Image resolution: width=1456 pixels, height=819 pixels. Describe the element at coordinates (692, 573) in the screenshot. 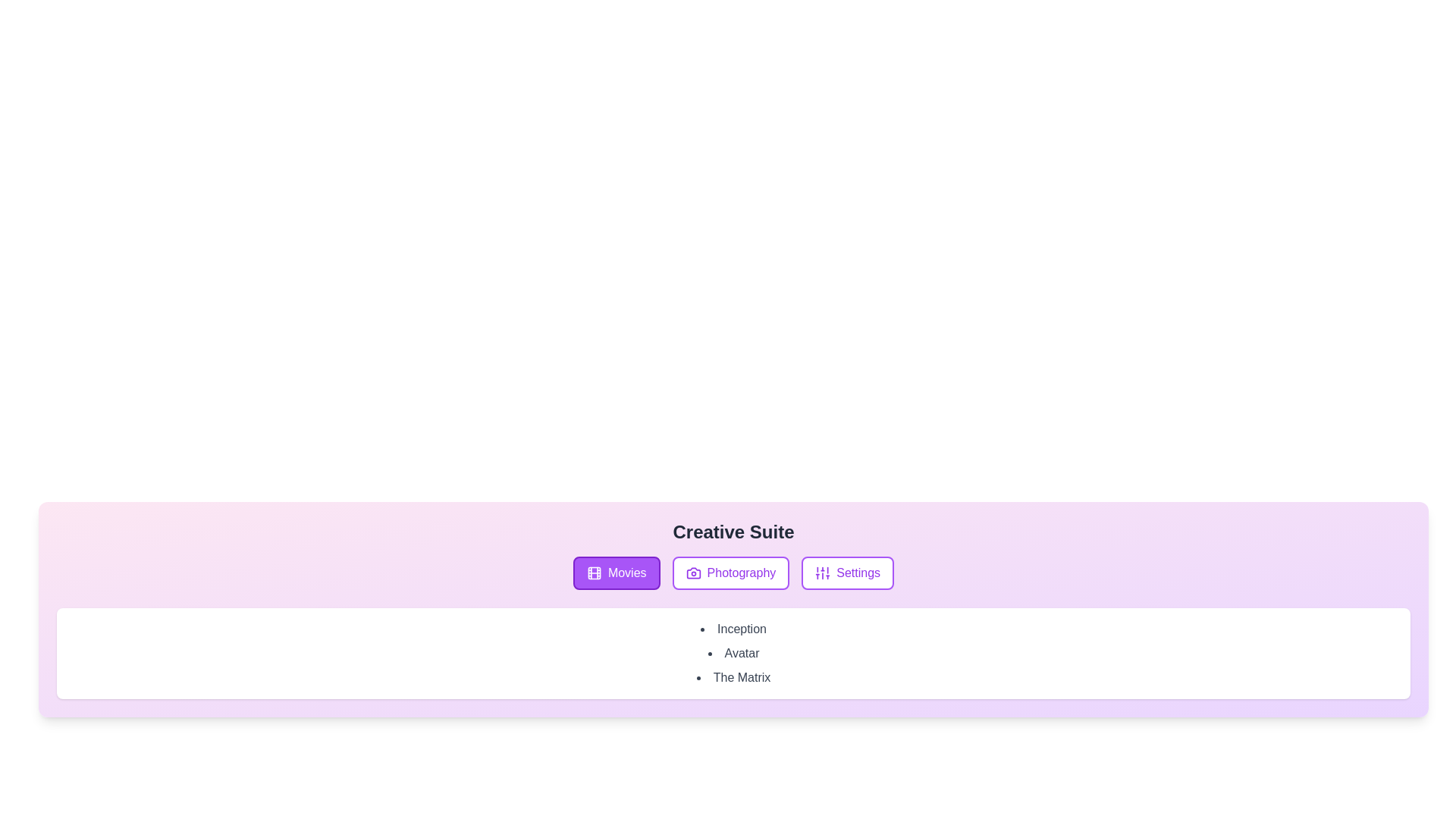

I see `the 'Photography' icon in the navigation bar` at that location.